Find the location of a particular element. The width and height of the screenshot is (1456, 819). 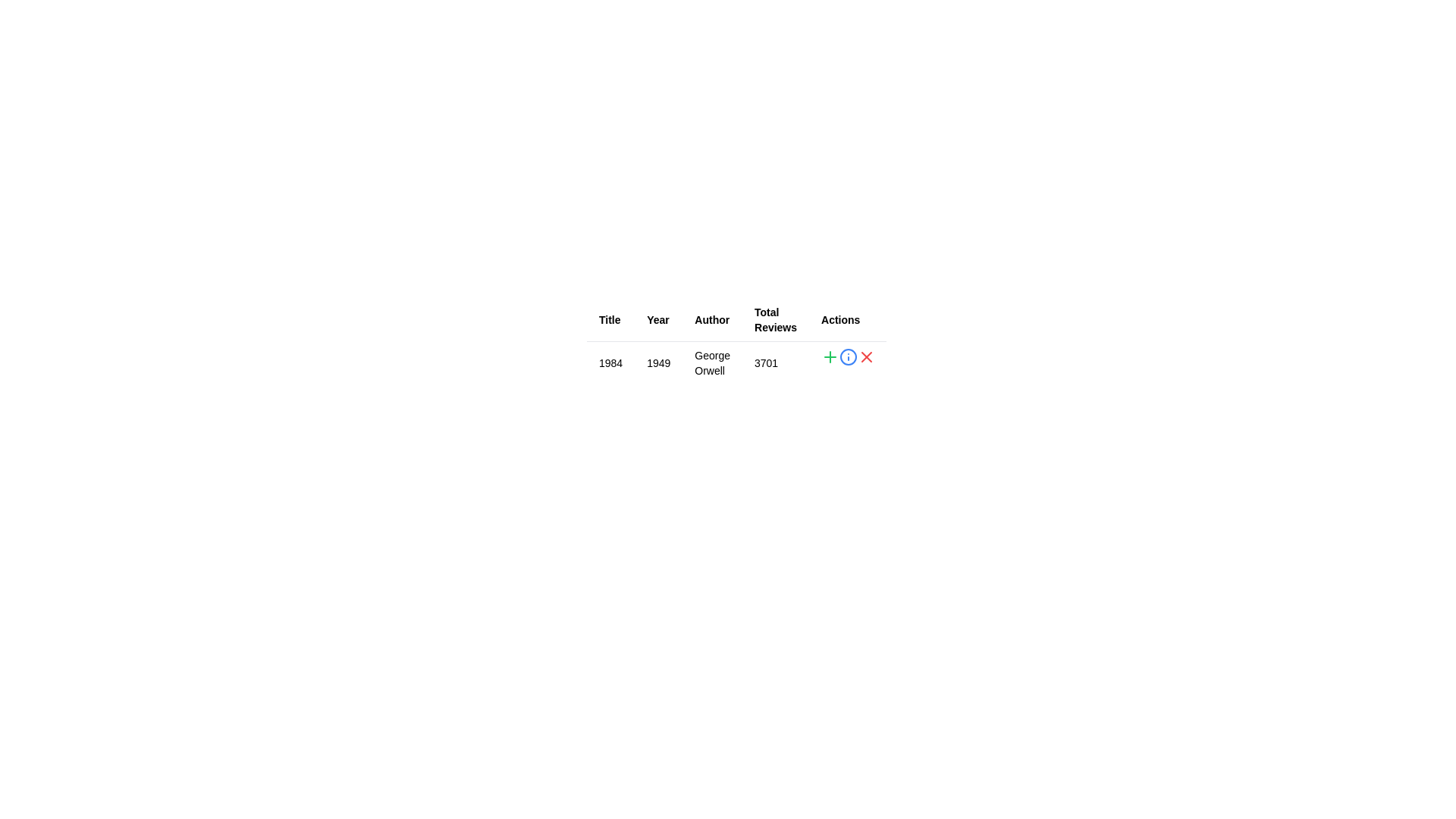

the static label displaying the year associated with the book listed in the same row for reading is located at coordinates (658, 362).